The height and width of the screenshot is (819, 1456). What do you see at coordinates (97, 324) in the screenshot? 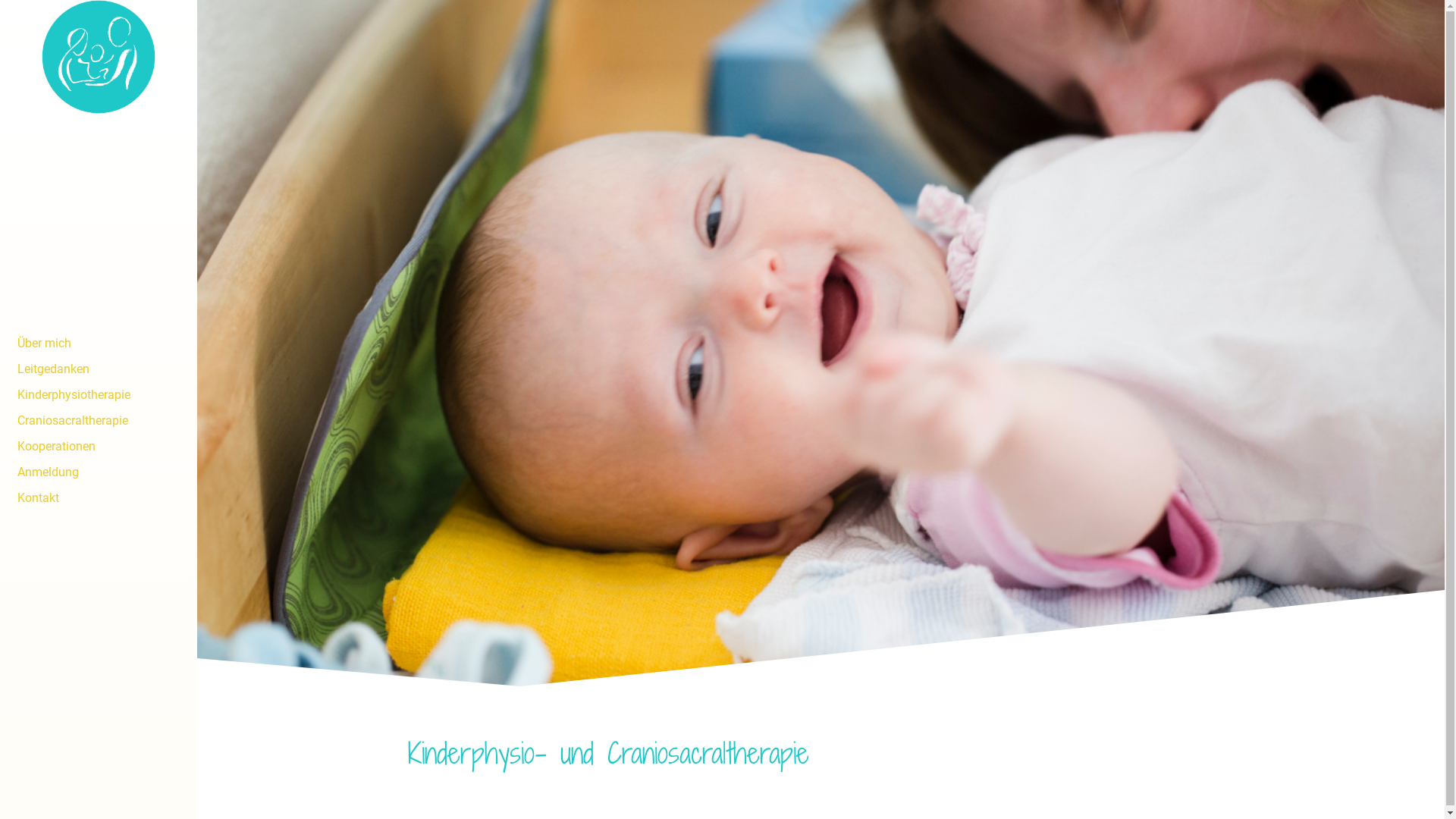
I see `' '` at bounding box center [97, 324].